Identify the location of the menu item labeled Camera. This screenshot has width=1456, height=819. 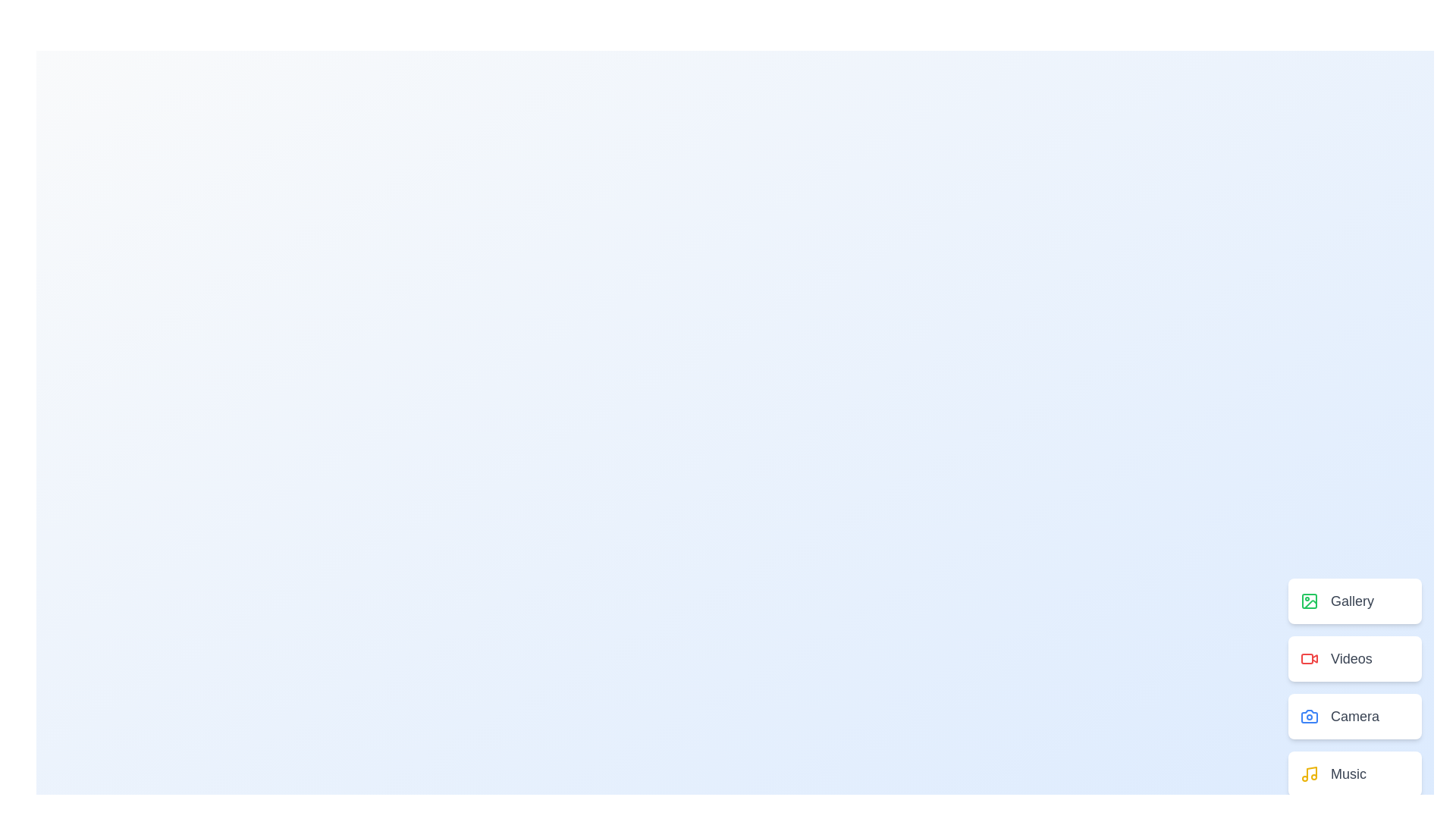
(1354, 717).